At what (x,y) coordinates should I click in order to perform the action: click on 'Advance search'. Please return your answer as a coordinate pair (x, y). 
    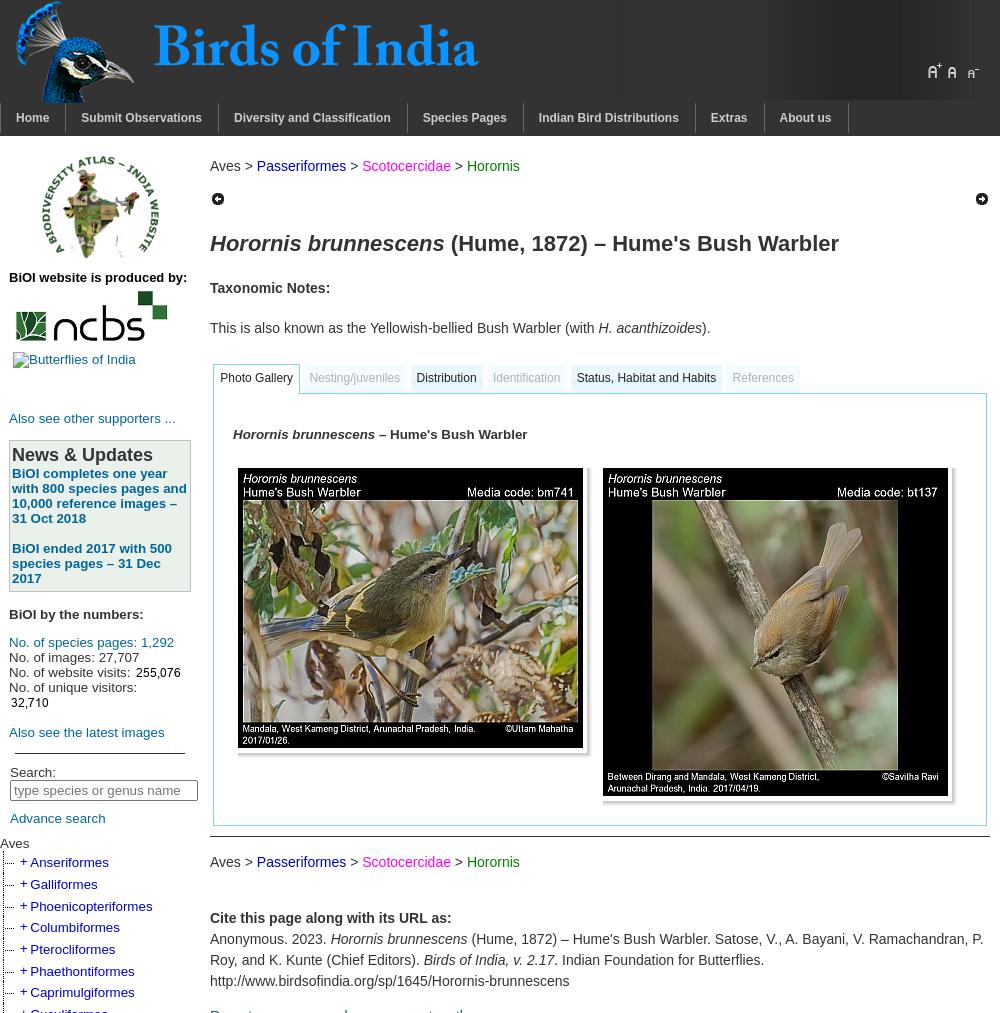
    Looking at the image, I should click on (10, 817).